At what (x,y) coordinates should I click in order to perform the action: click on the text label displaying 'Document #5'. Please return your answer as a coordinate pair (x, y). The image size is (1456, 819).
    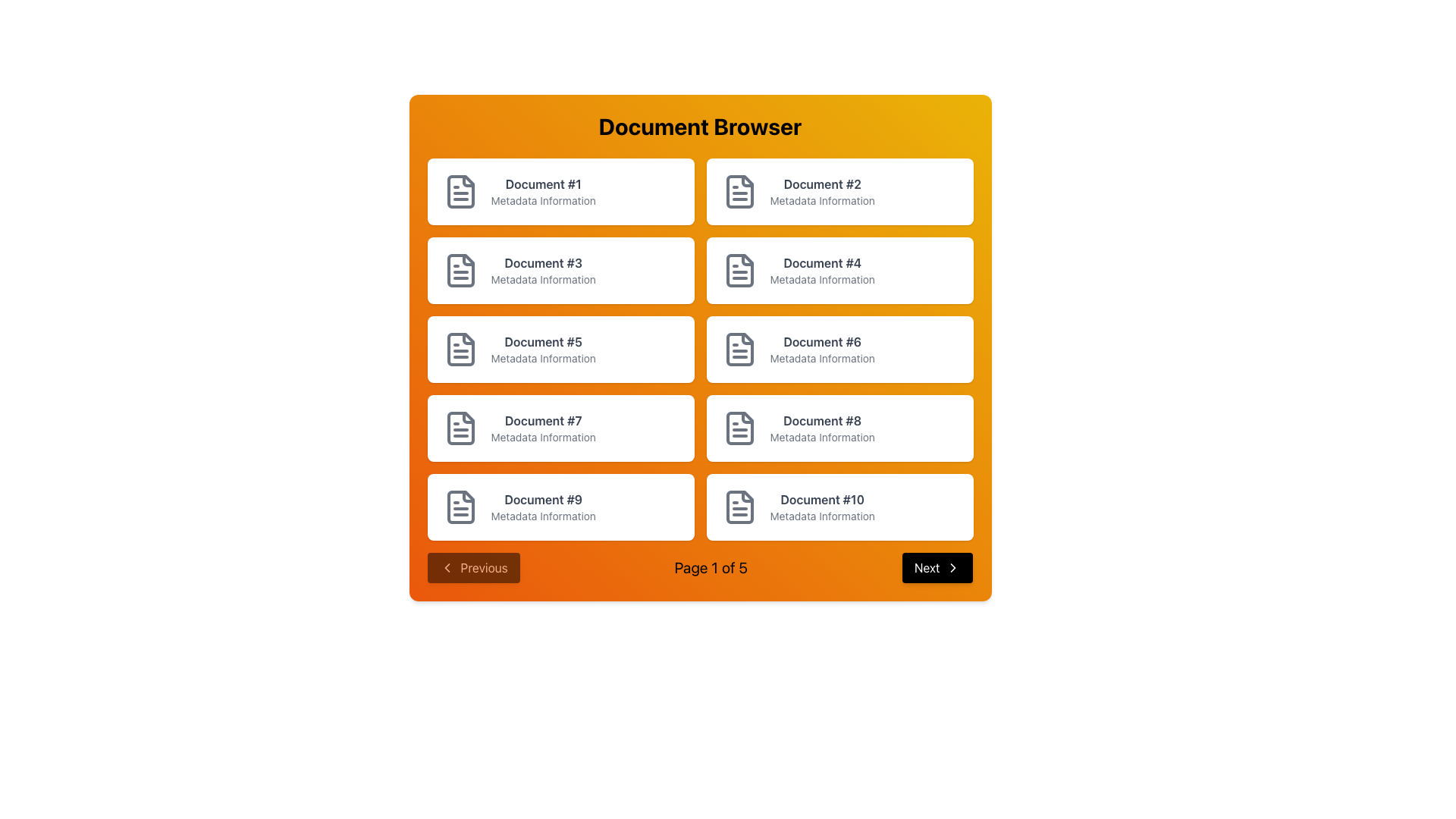
    Looking at the image, I should click on (543, 350).